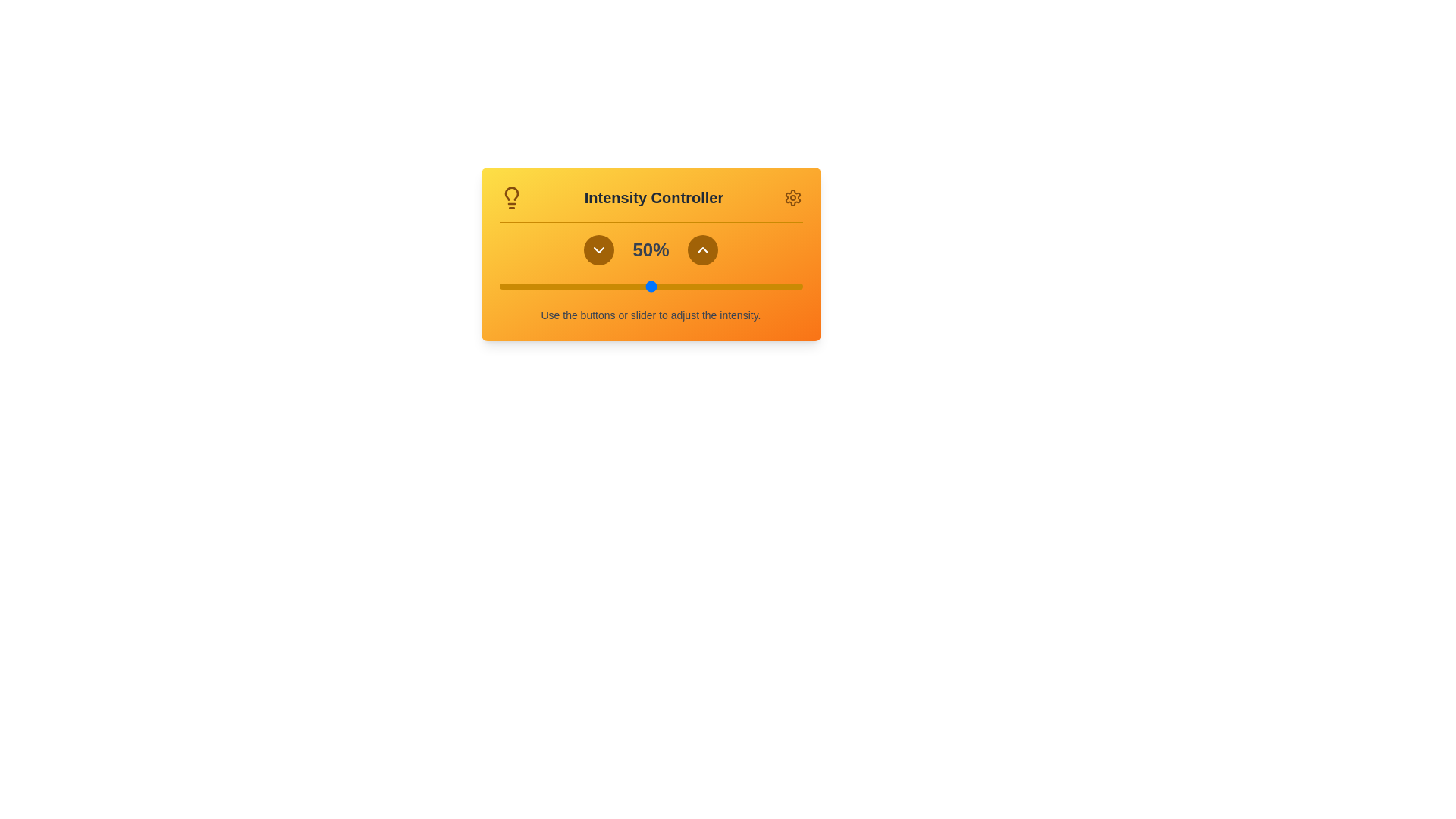 The image size is (1456, 819). Describe the element at coordinates (683, 287) in the screenshot. I see `the intensity` at that location.